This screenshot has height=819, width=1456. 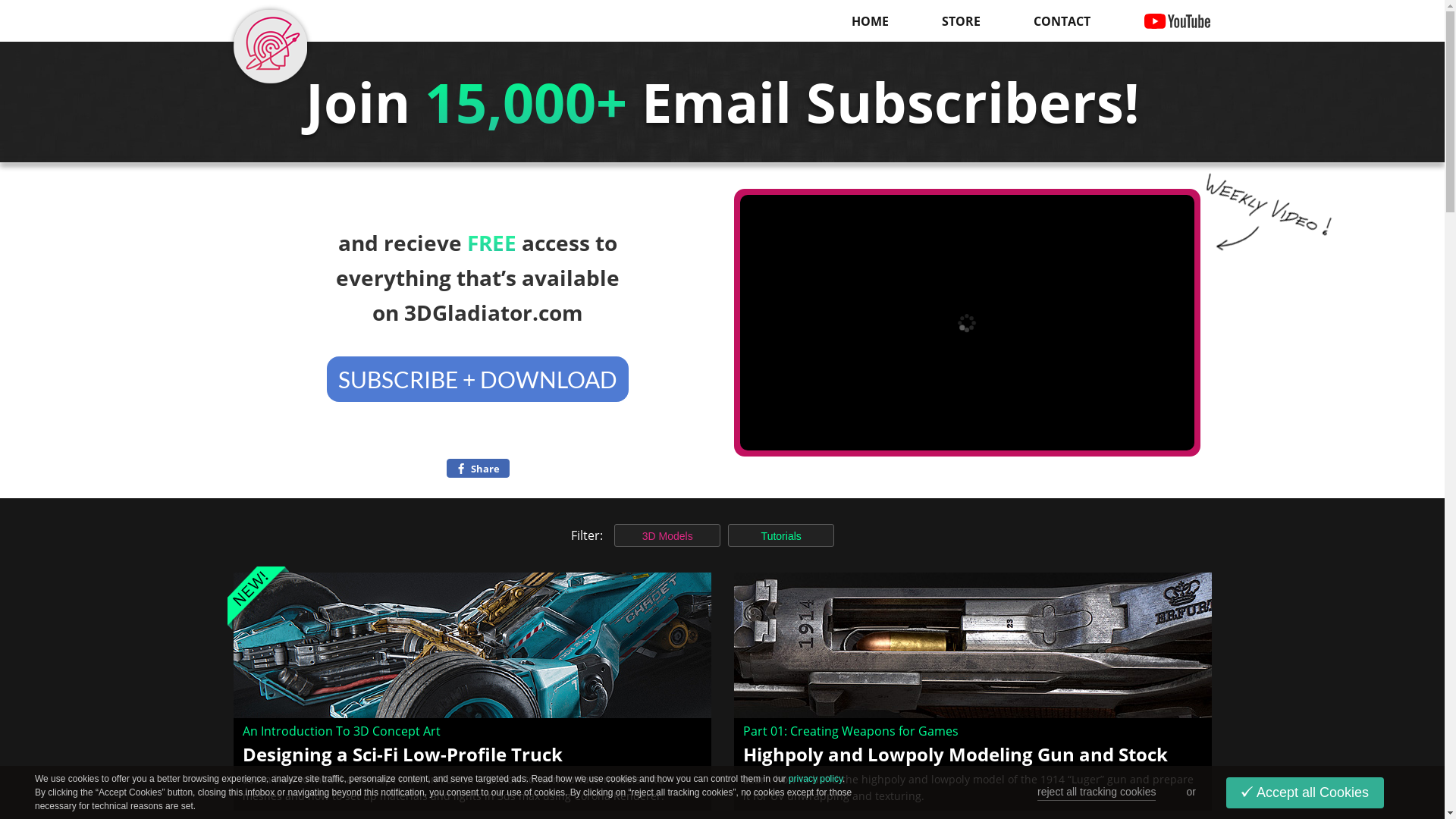 What do you see at coordinates (476, 467) in the screenshot?
I see `'Share '` at bounding box center [476, 467].